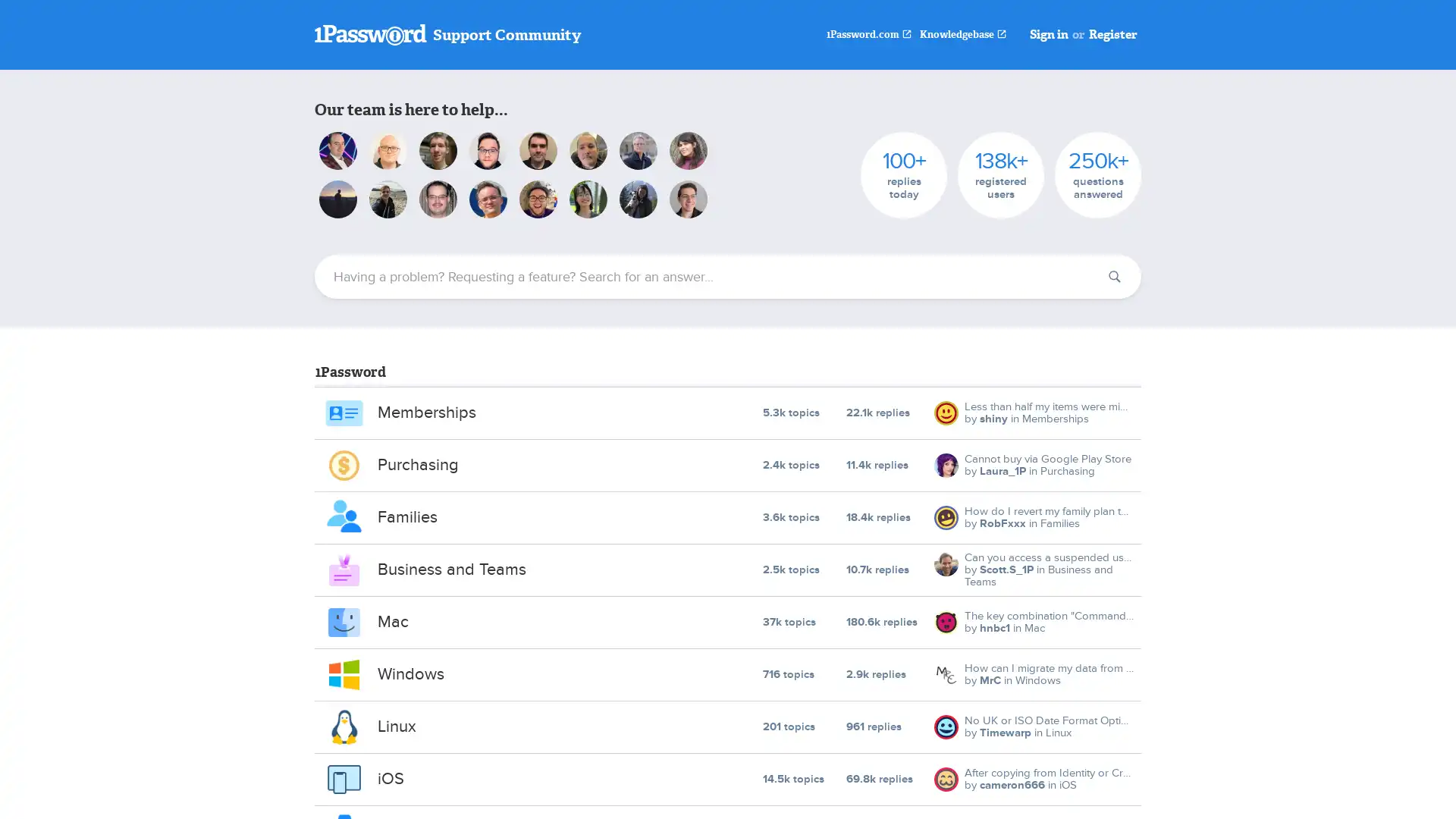 The height and width of the screenshot is (819, 1456). What do you see at coordinates (1114, 277) in the screenshot?
I see `Go` at bounding box center [1114, 277].